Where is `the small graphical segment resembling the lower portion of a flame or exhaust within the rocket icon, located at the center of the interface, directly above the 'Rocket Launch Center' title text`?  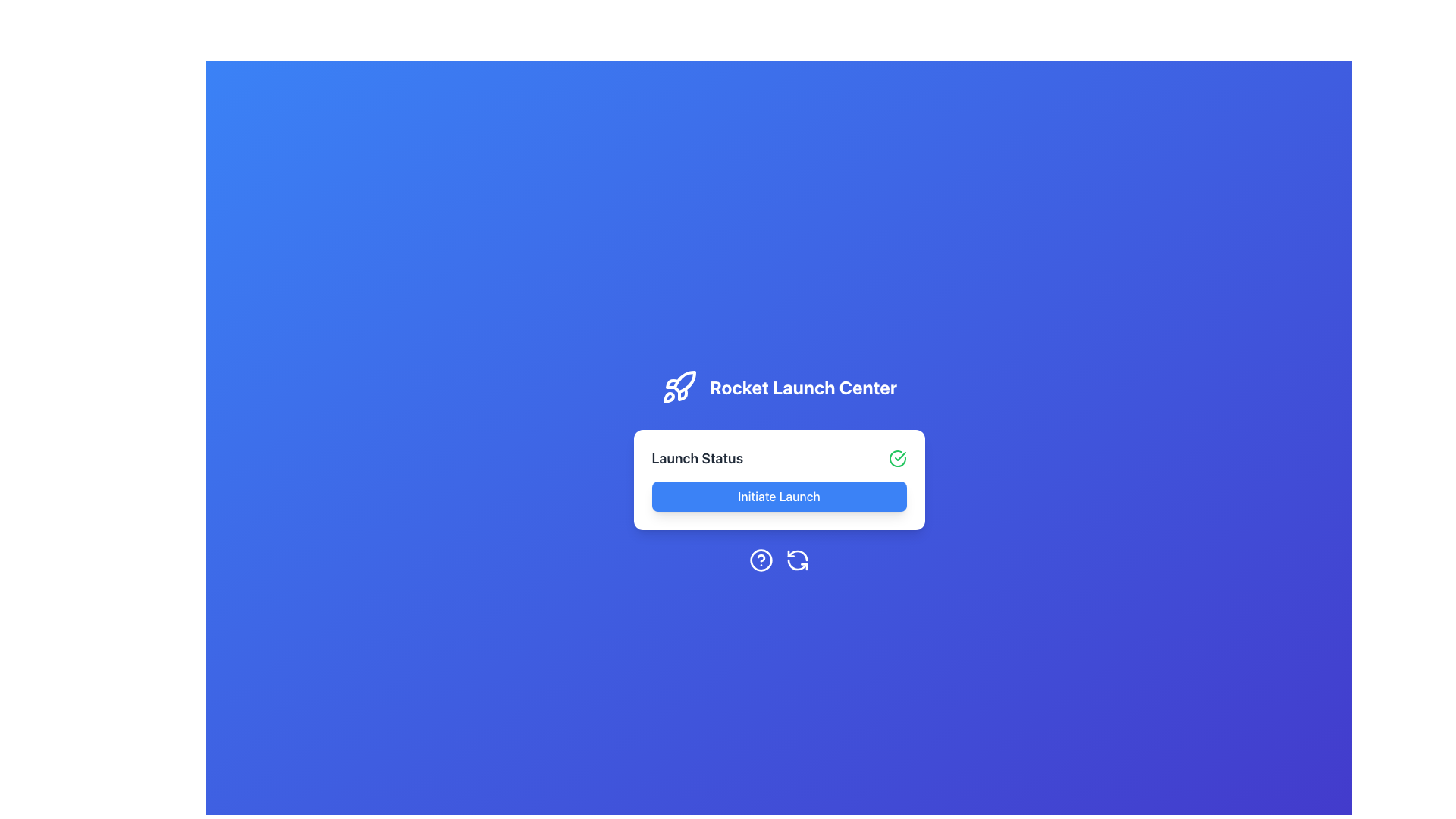 the small graphical segment resembling the lower portion of a flame or exhaust within the rocket icon, located at the center of the interface, directly above the 'Rocket Launch Center' title text is located at coordinates (672, 383).